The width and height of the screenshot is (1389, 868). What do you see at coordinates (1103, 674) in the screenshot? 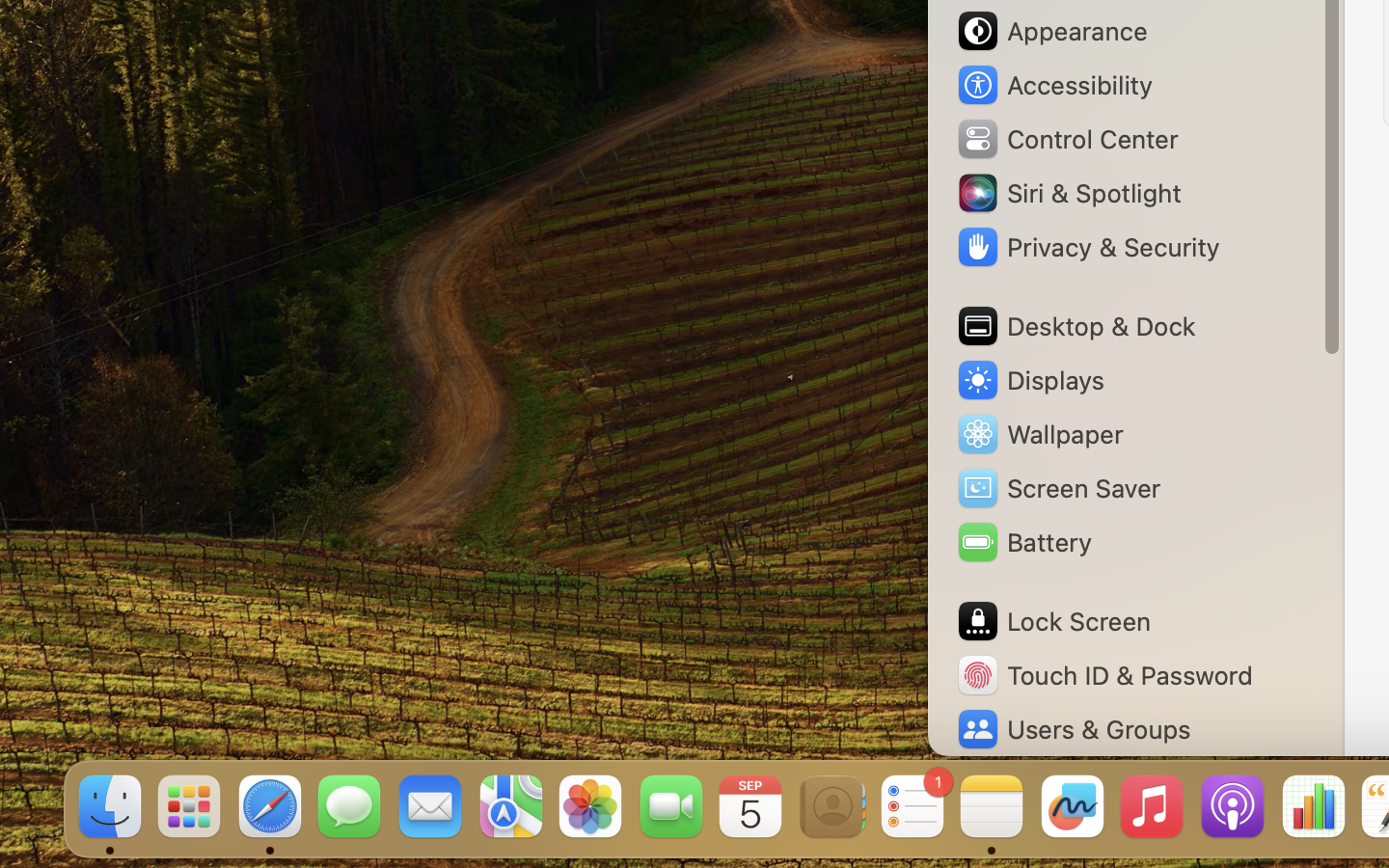
I see `'Touch ID & Password'` at bounding box center [1103, 674].